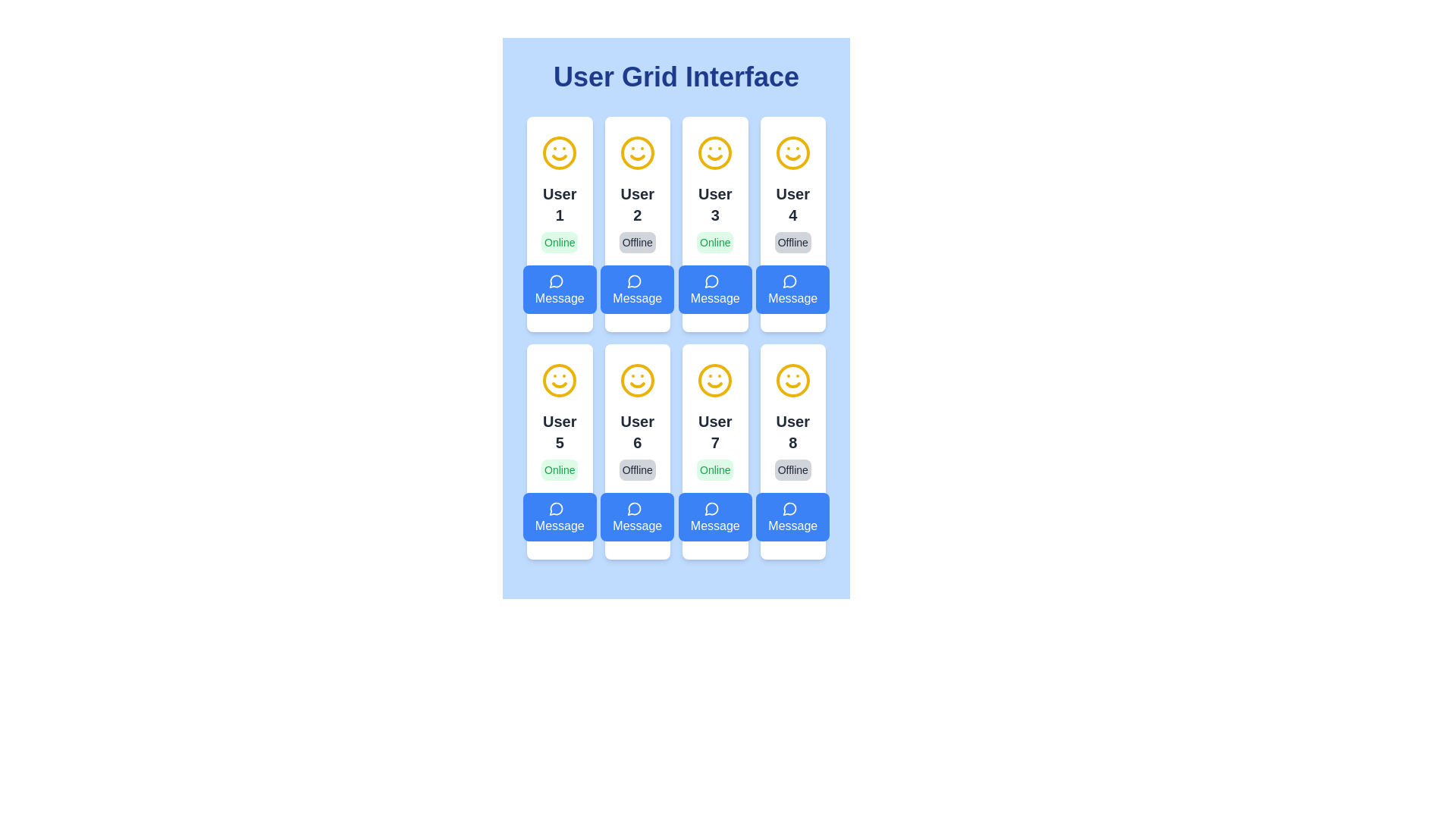 This screenshot has width=1456, height=819. Describe the element at coordinates (634, 281) in the screenshot. I see `the 'Message' button associated with 'User 2'` at that location.